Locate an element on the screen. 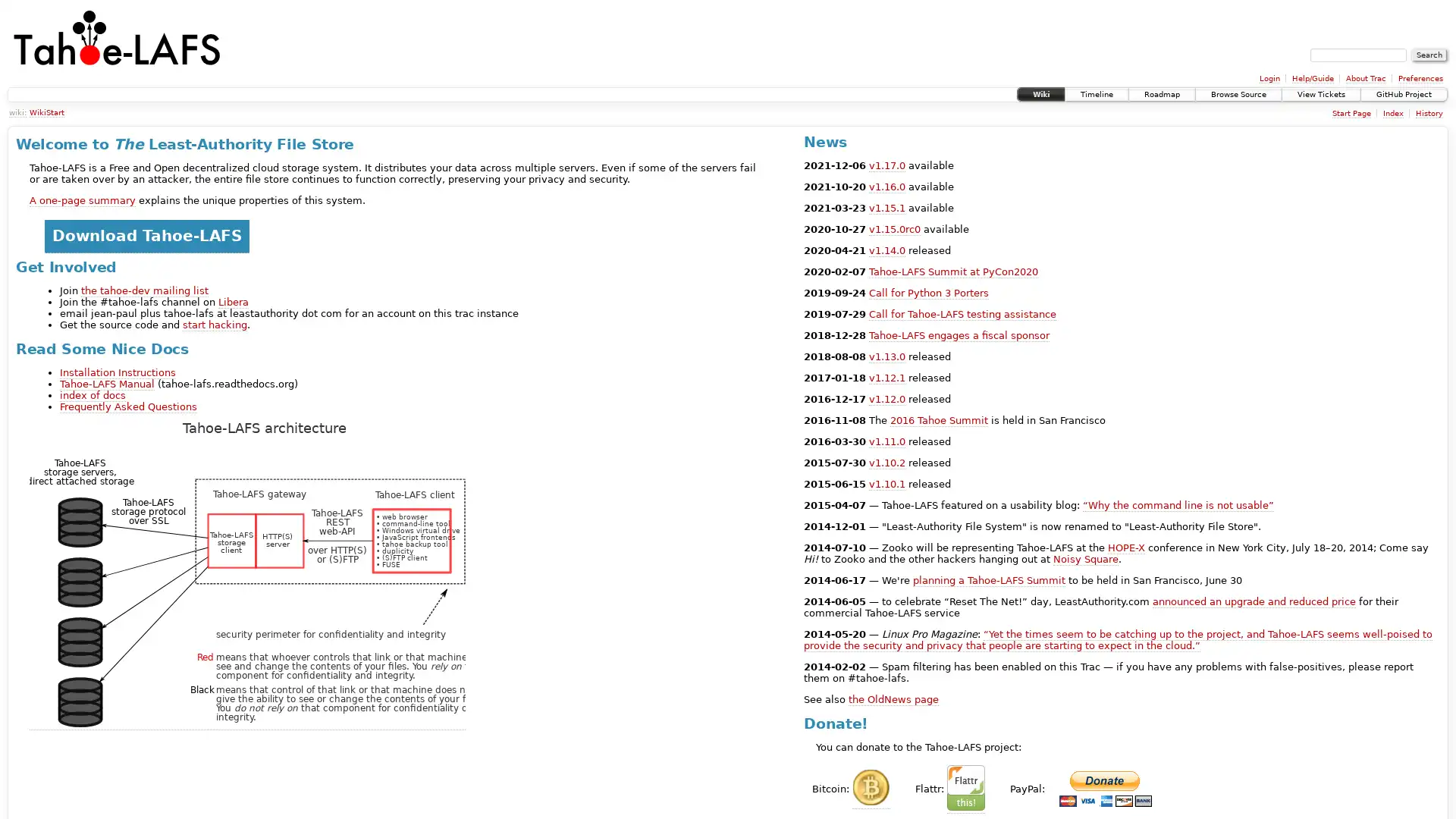 This screenshot has height=819, width=1456. PayPal - The safer, easier way to pay online! is located at coordinates (1105, 788).